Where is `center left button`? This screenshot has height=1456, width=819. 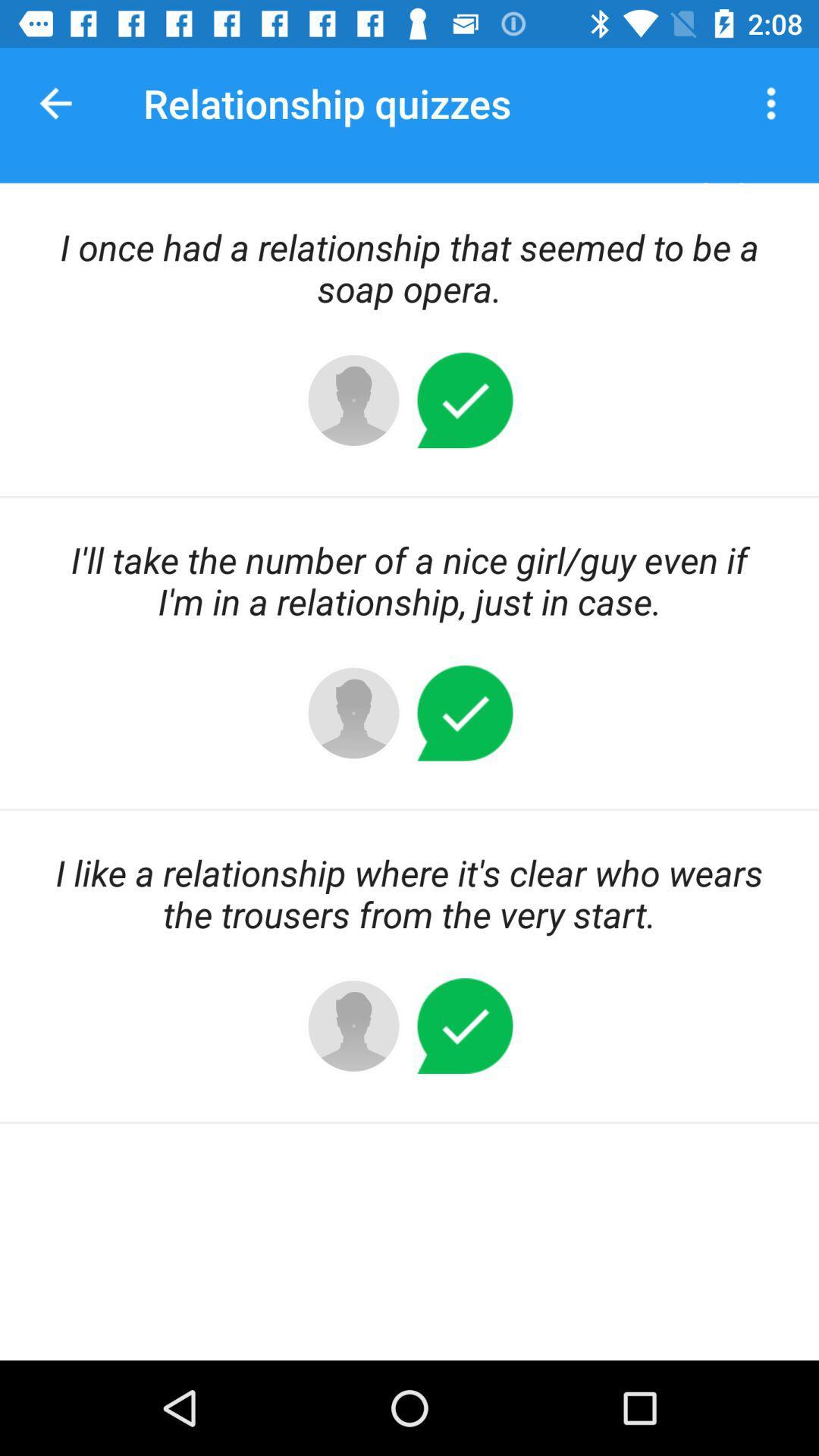 center left button is located at coordinates (353, 712).